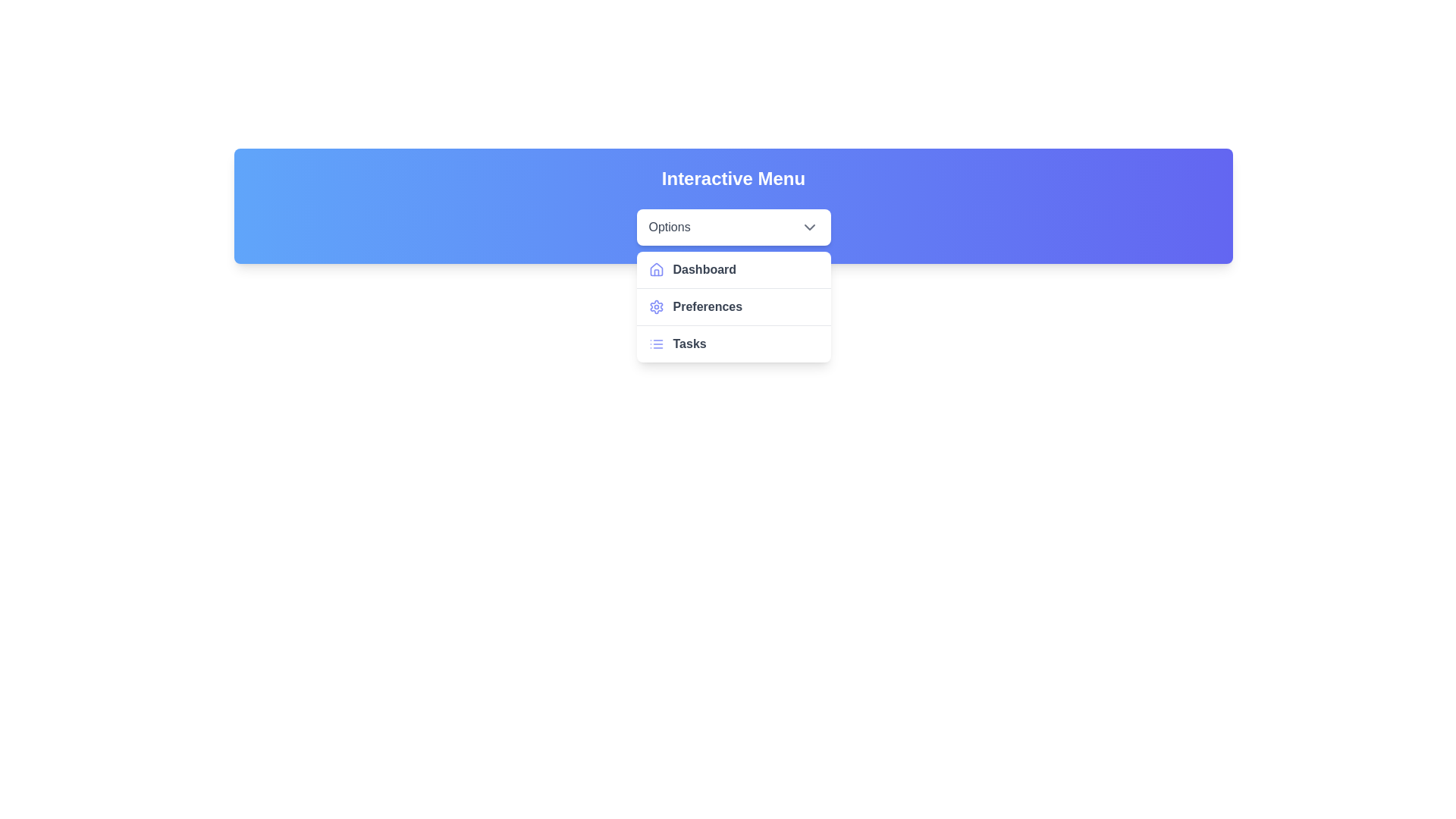 The width and height of the screenshot is (1456, 819). Describe the element at coordinates (733, 344) in the screenshot. I see `the 'Tasks' list item in the dropdown menu` at that location.